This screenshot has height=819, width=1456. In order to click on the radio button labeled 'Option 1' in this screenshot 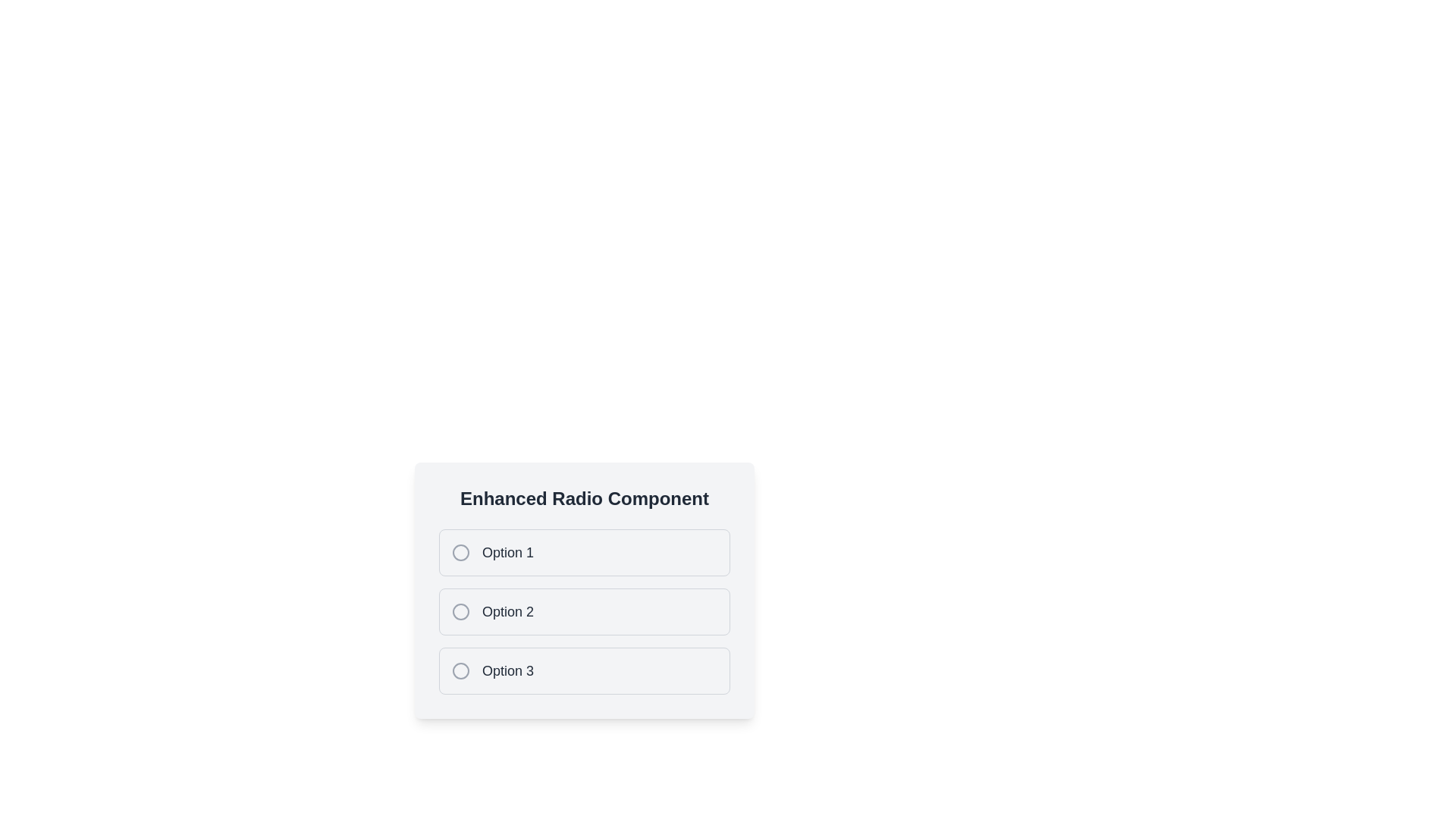, I will do `click(584, 553)`.